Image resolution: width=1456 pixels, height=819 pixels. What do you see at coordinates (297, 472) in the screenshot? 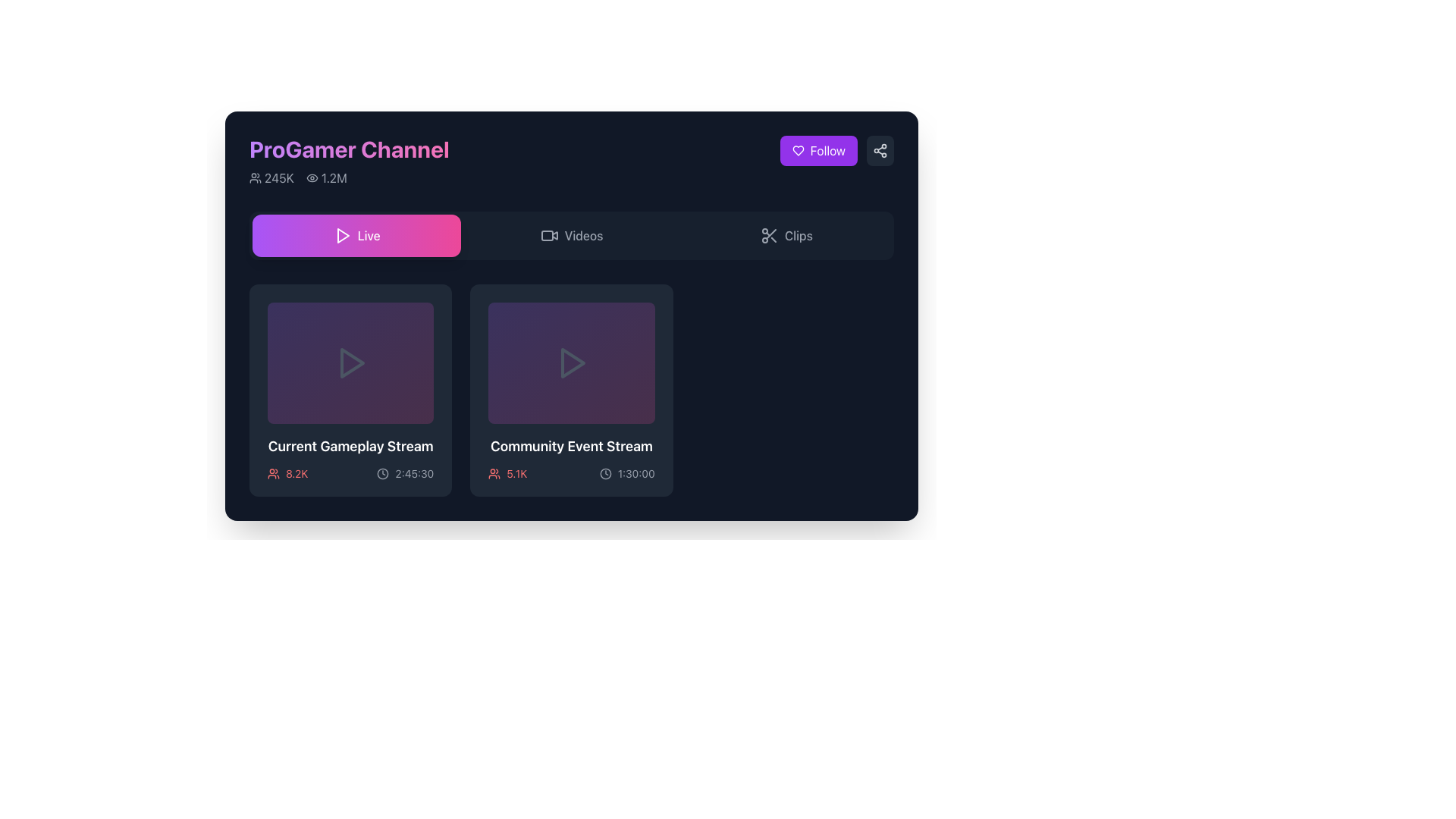
I see `value displayed in the text label showing '8.2K' in red color, which signifies a user-related metric and is located near a user icon in the bottom-left area of the 'Current Gameplay Stream' card` at bounding box center [297, 472].